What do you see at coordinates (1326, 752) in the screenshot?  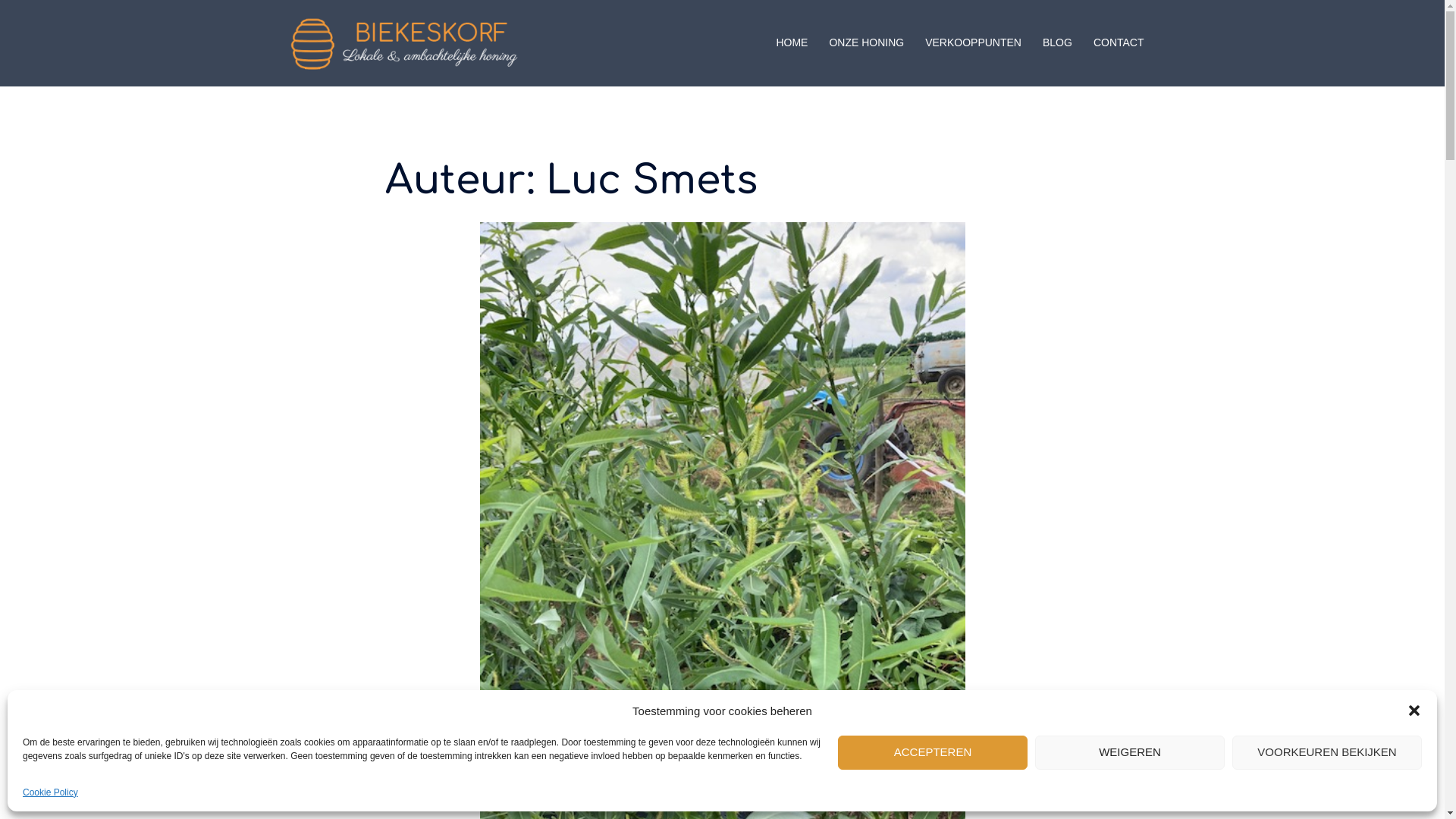 I see `'VOORKEUREN BEKIJKEN'` at bounding box center [1326, 752].